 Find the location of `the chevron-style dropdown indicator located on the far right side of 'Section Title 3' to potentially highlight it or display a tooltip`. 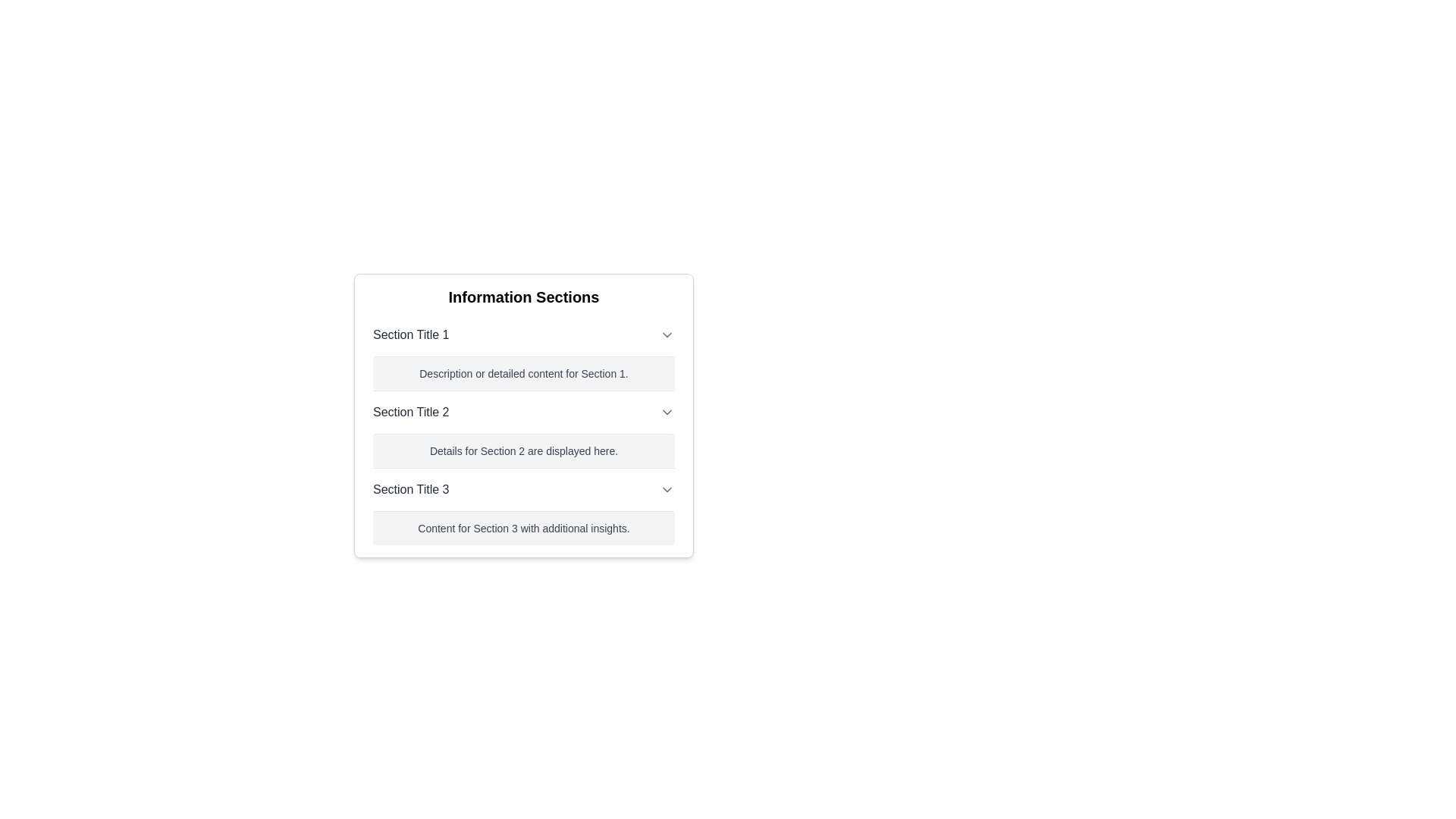

the chevron-style dropdown indicator located on the far right side of 'Section Title 3' to potentially highlight it or display a tooltip is located at coordinates (667, 489).